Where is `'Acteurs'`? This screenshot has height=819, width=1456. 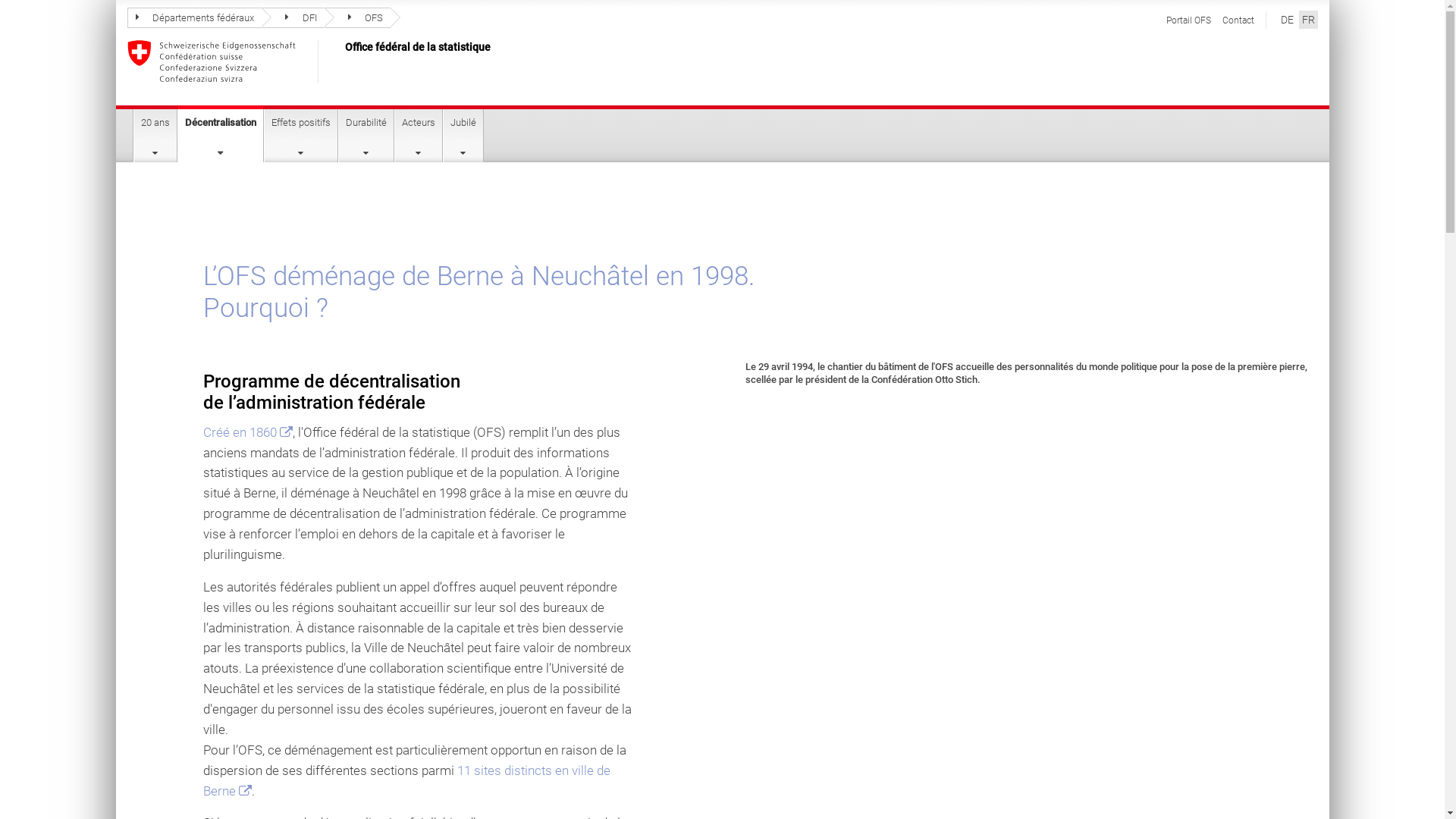 'Acteurs' is located at coordinates (419, 134).